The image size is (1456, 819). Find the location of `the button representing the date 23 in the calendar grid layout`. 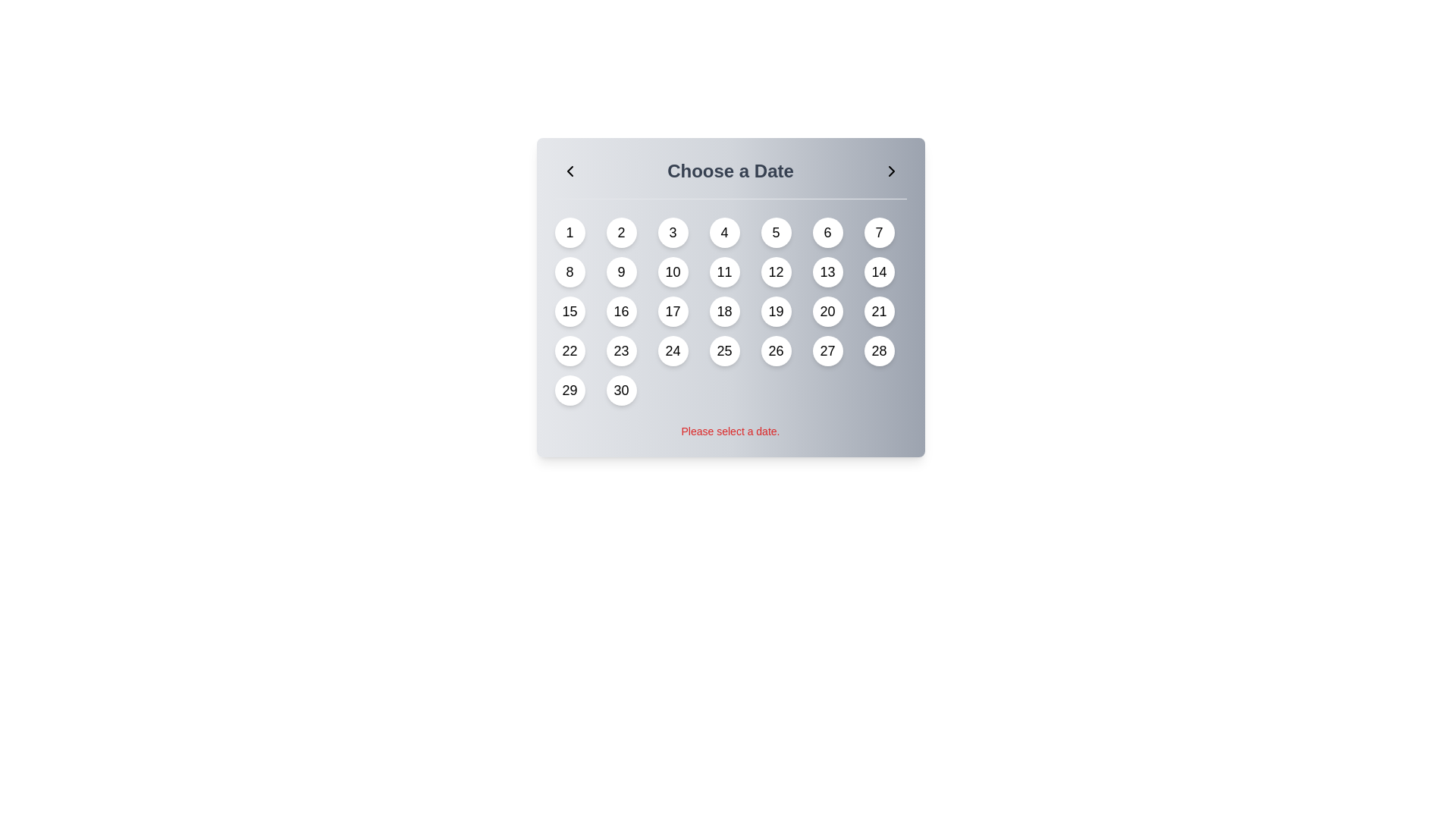

the button representing the date 23 in the calendar grid layout is located at coordinates (621, 350).